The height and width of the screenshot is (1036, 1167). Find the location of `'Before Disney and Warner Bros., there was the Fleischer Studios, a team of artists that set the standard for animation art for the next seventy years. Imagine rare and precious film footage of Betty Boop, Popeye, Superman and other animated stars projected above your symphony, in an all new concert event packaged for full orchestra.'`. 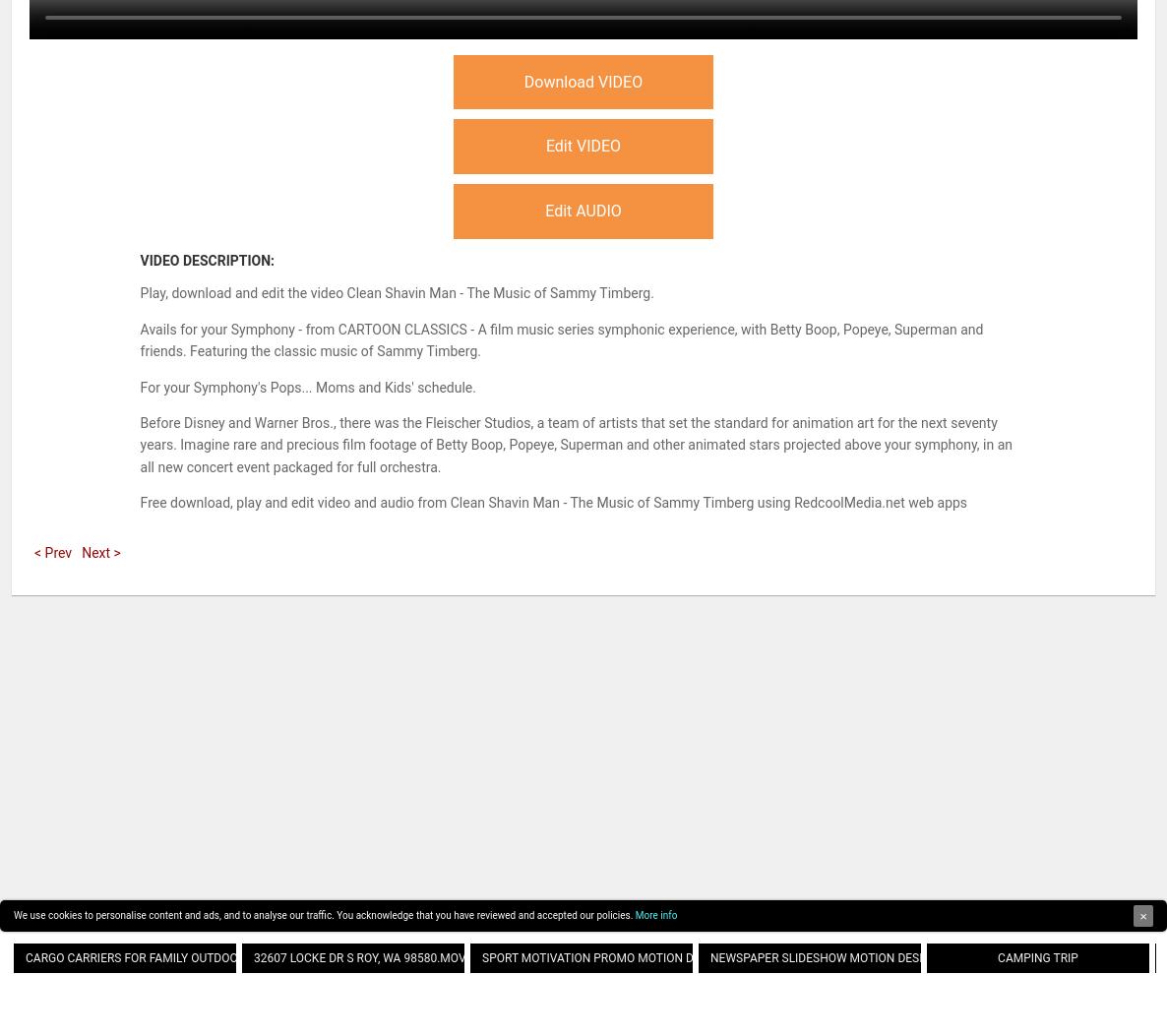

'Before Disney and Warner Bros., there was the Fleischer Studios, a team of artists that set the standard for animation art for the next seventy years. Imagine rare and precious film footage of Betty Boop, Popeye, Superman and other animated stars projected above your symphony, in an all new concert event packaged for full orchestra.' is located at coordinates (138, 443).